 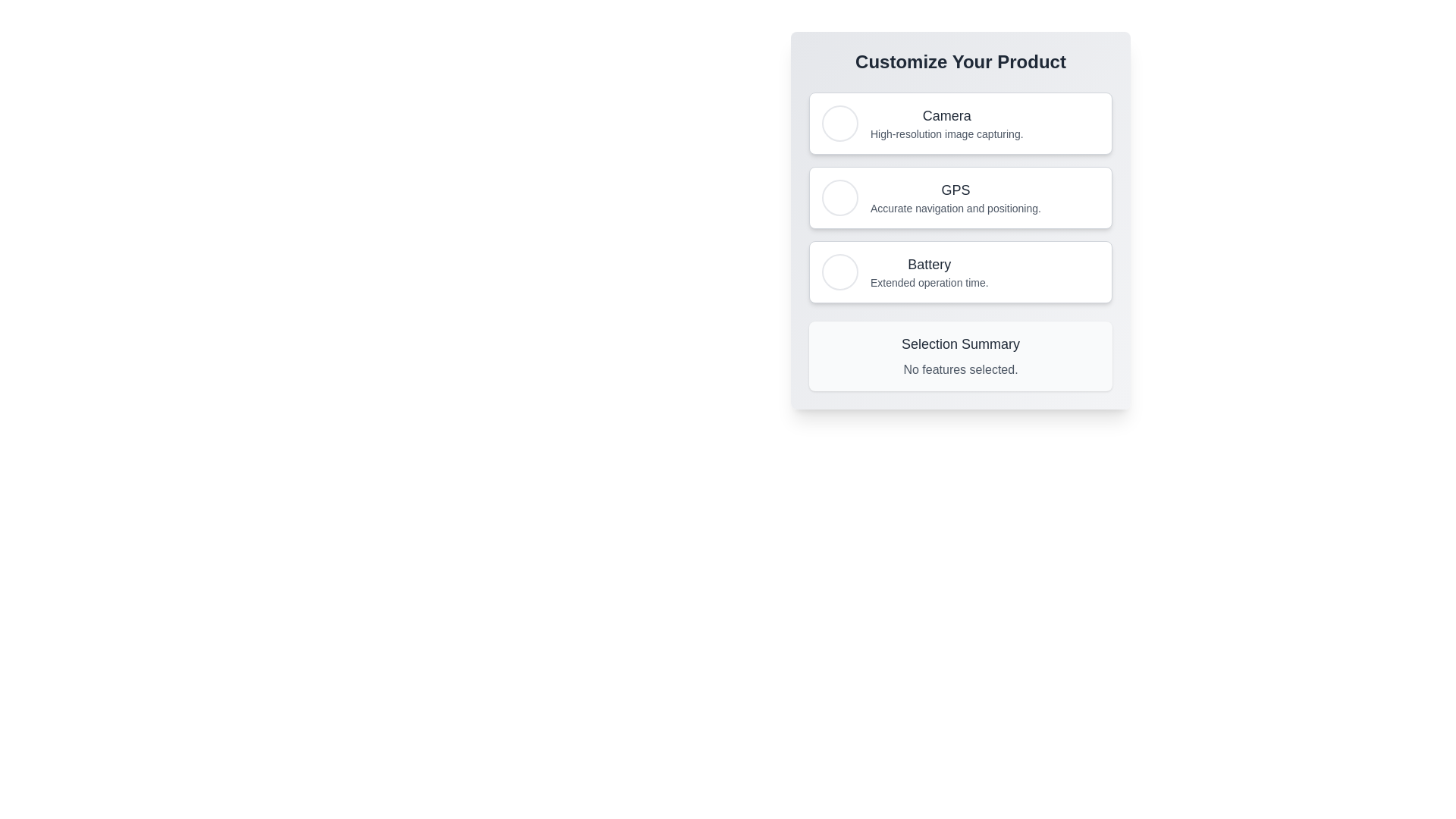 What do you see at coordinates (955, 208) in the screenshot?
I see `the text label that reads 'Accurate navigation and positioning.', which is styled in a smaller font size and gray color, located under the 'GPS' heading` at bounding box center [955, 208].